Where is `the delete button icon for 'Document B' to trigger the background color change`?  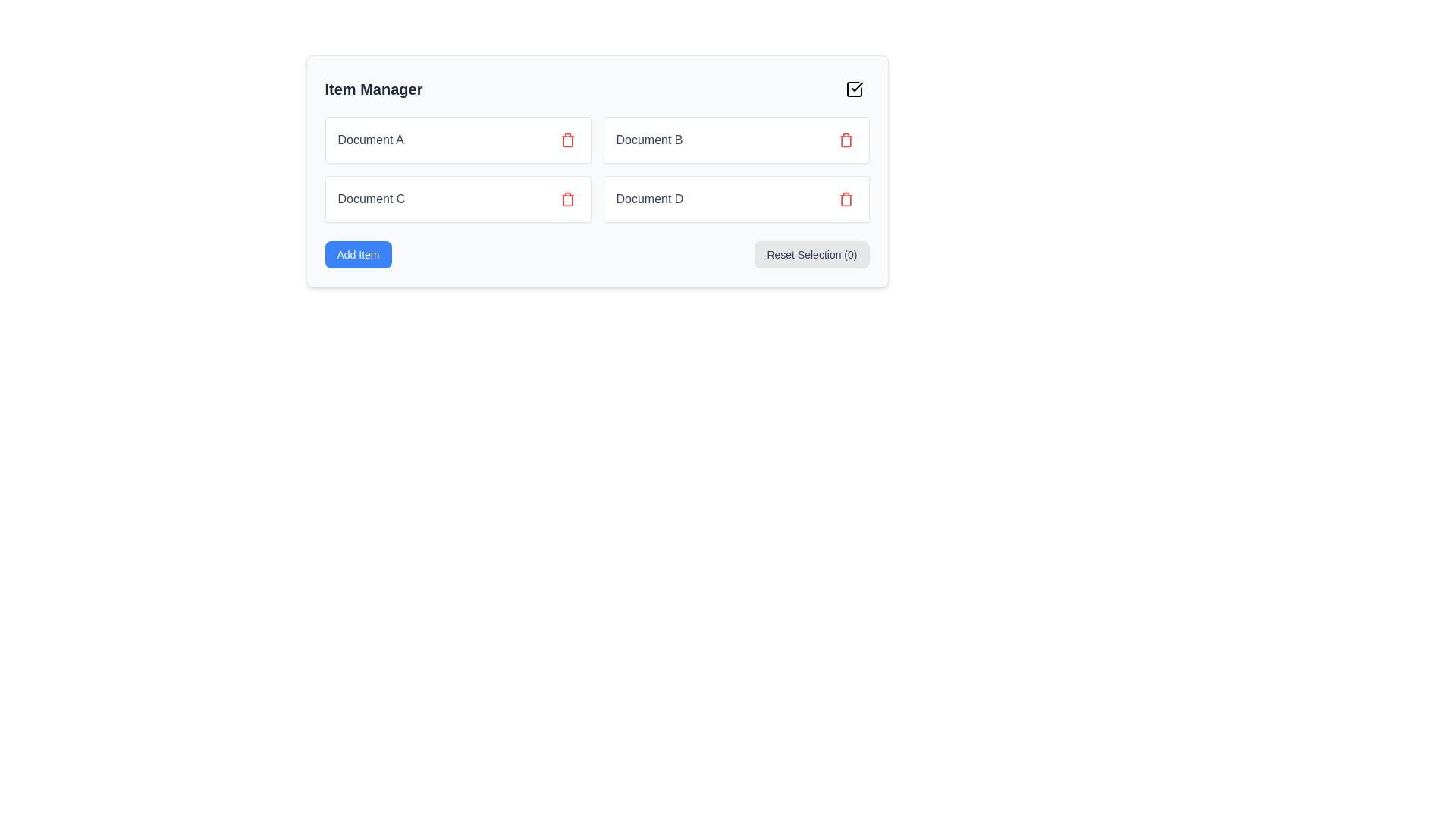
the delete button icon for 'Document B' to trigger the background color change is located at coordinates (845, 140).